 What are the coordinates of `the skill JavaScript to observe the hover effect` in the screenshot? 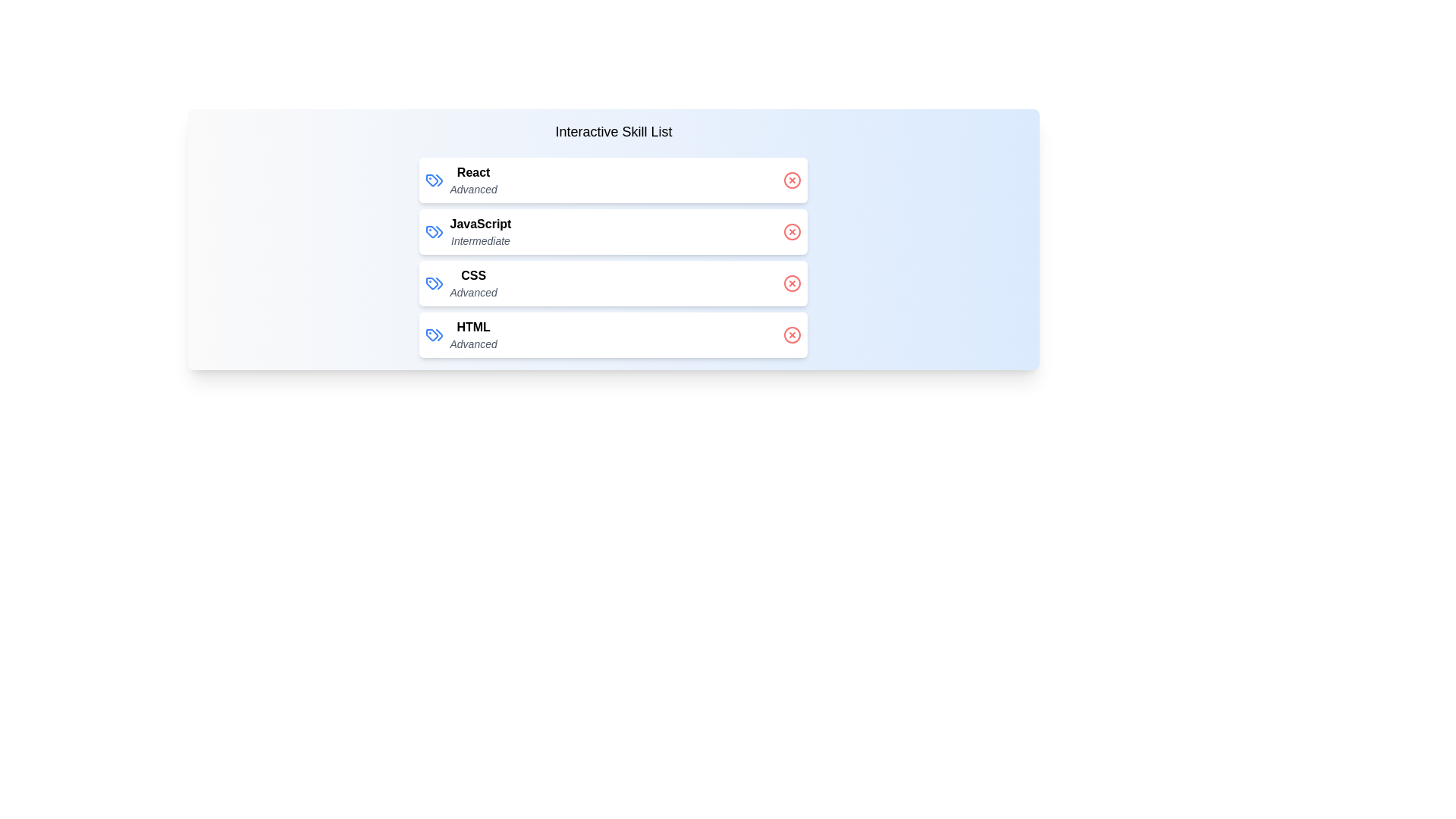 It's located at (613, 231).